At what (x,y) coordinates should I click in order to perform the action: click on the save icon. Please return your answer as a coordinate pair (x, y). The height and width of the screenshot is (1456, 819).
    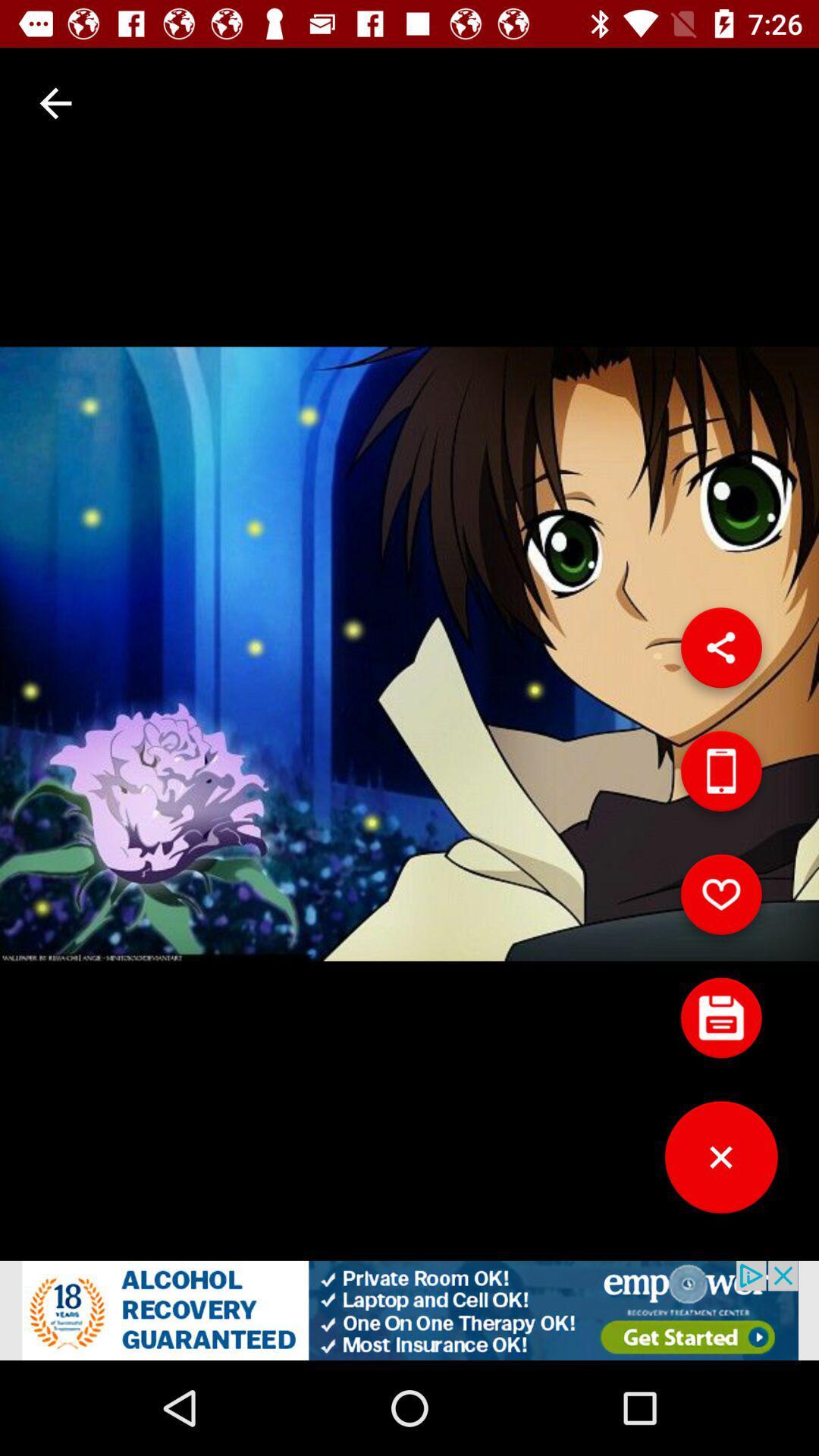
    Looking at the image, I should click on (720, 1024).